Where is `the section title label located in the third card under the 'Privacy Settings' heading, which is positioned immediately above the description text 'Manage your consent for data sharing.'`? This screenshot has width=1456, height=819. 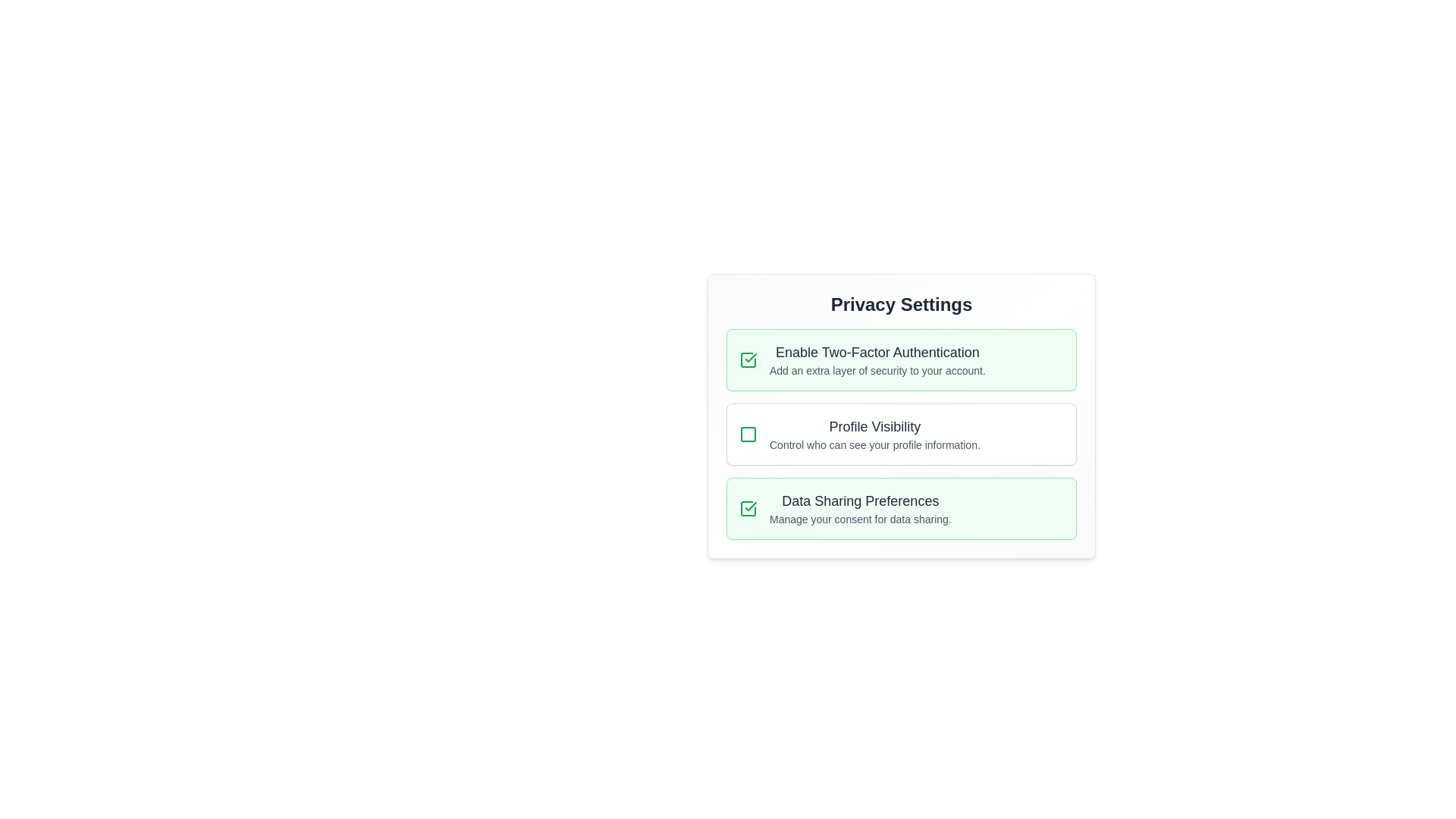
the section title label located in the third card under the 'Privacy Settings' heading, which is positioned immediately above the description text 'Manage your consent for data sharing.' is located at coordinates (860, 500).